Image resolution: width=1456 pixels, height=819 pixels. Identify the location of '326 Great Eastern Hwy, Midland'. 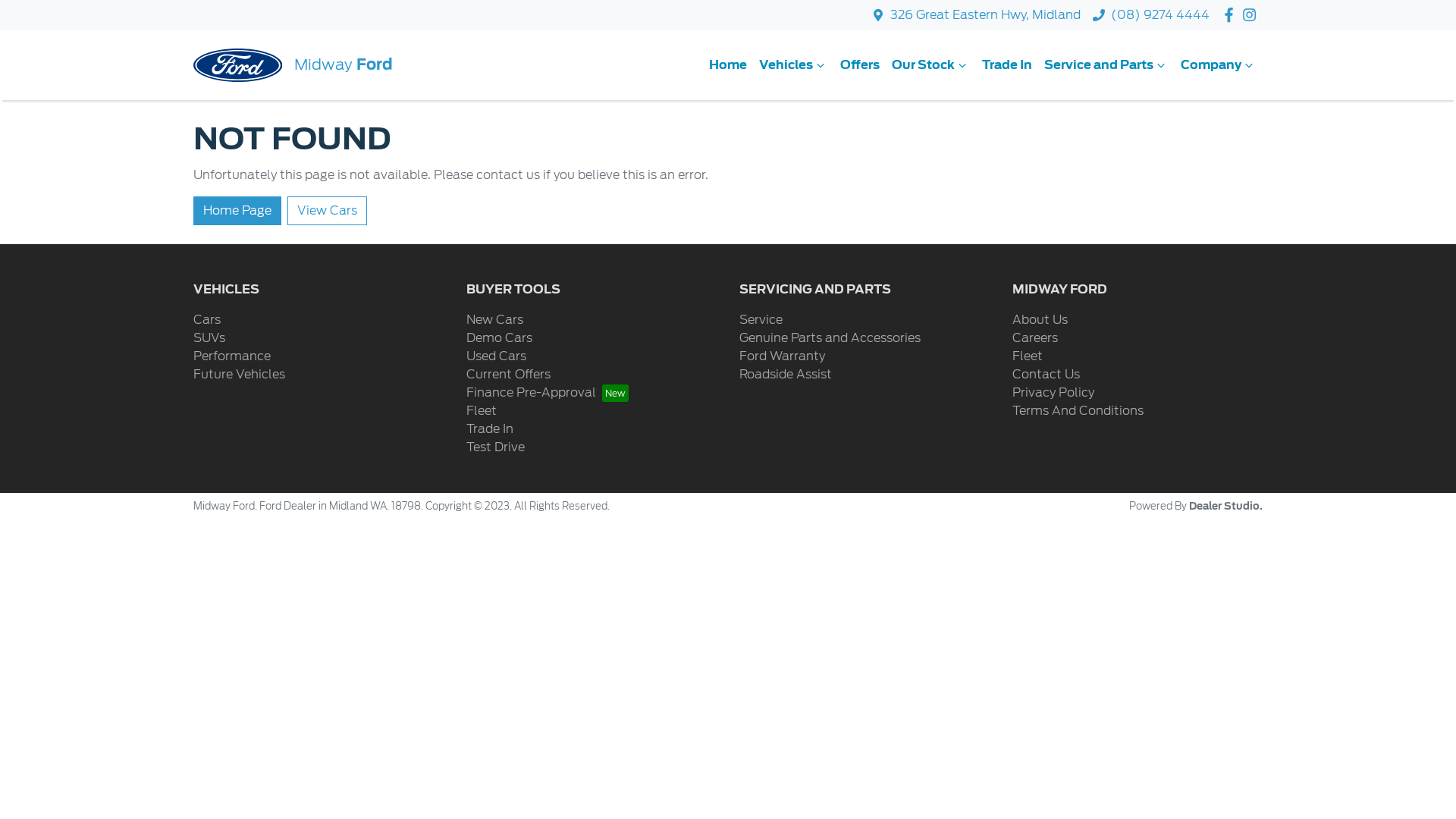
(985, 14).